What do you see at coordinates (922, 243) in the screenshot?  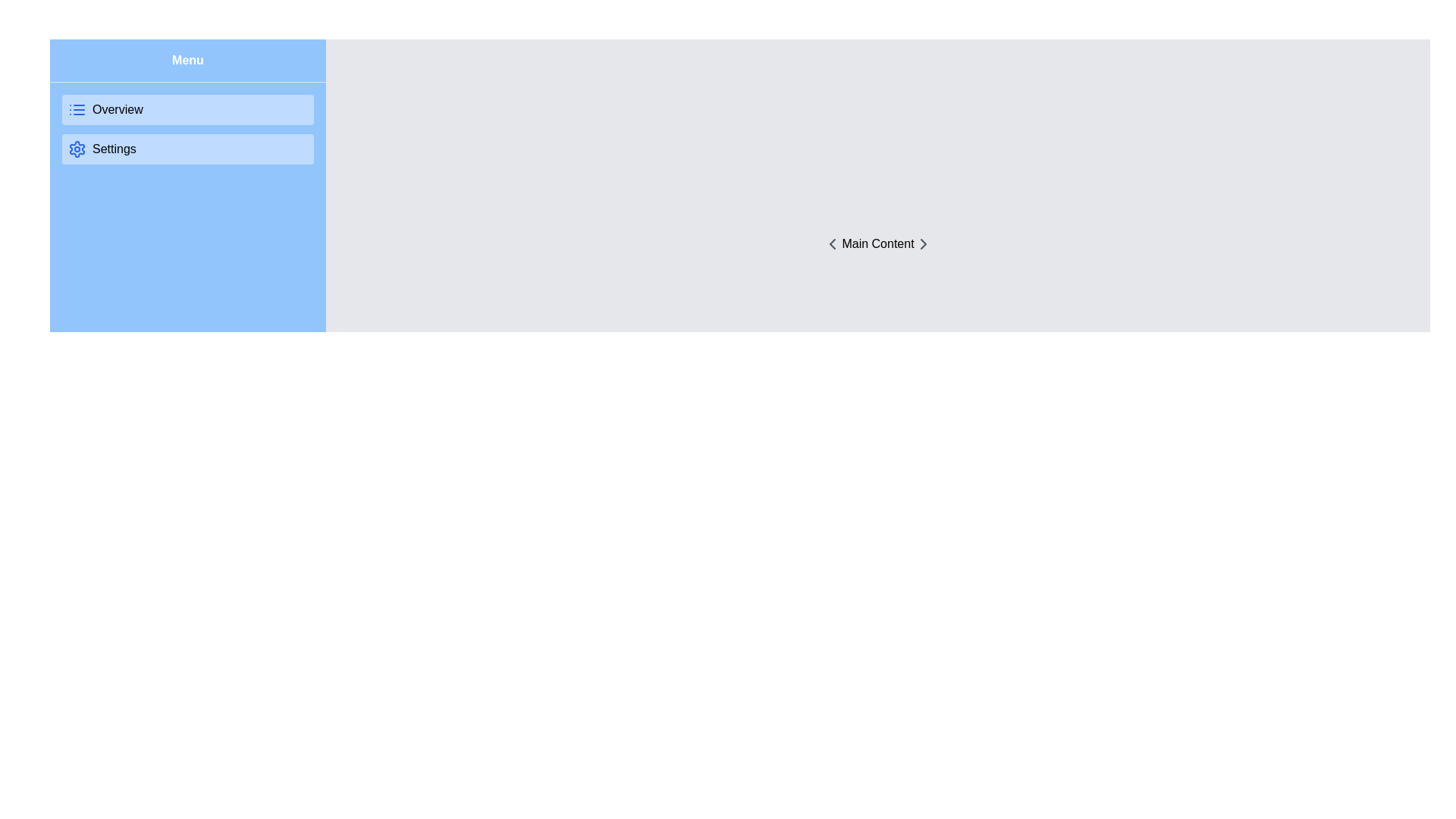 I see `the right-facing chevron arrow icon used for navigation, which is positioned inline with the text label 'Main Content'` at bounding box center [922, 243].